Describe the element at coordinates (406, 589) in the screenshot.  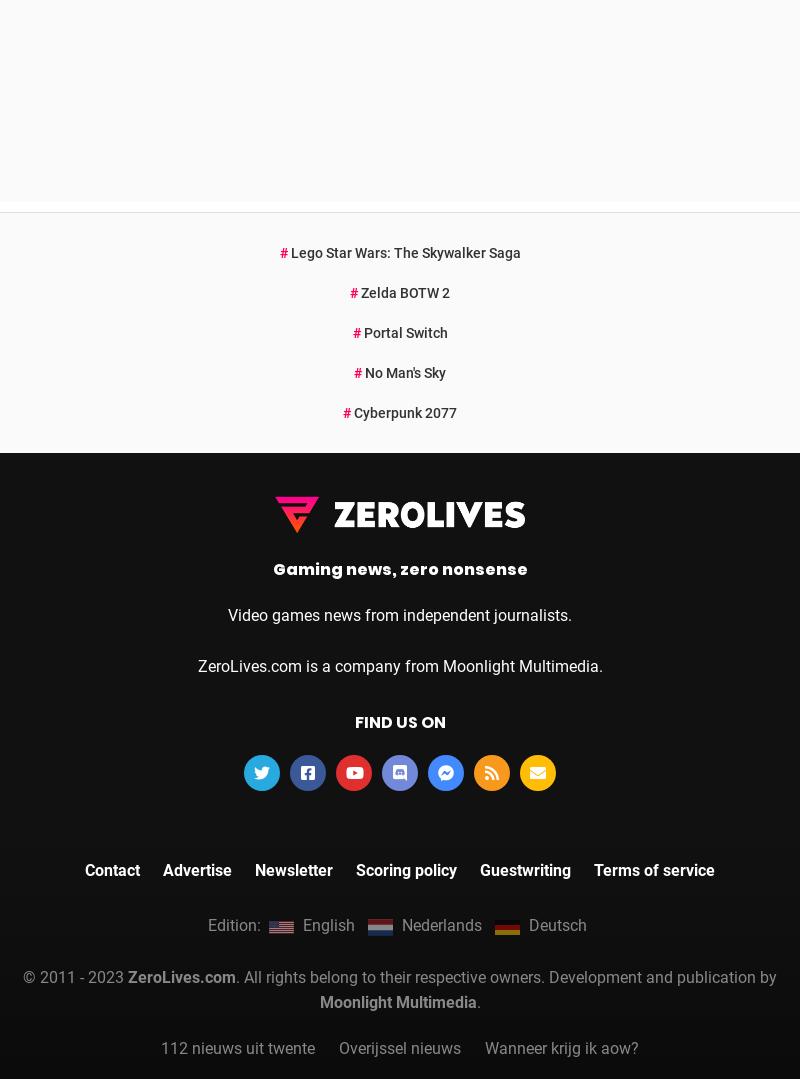
I see `'Scoring policy'` at that location.